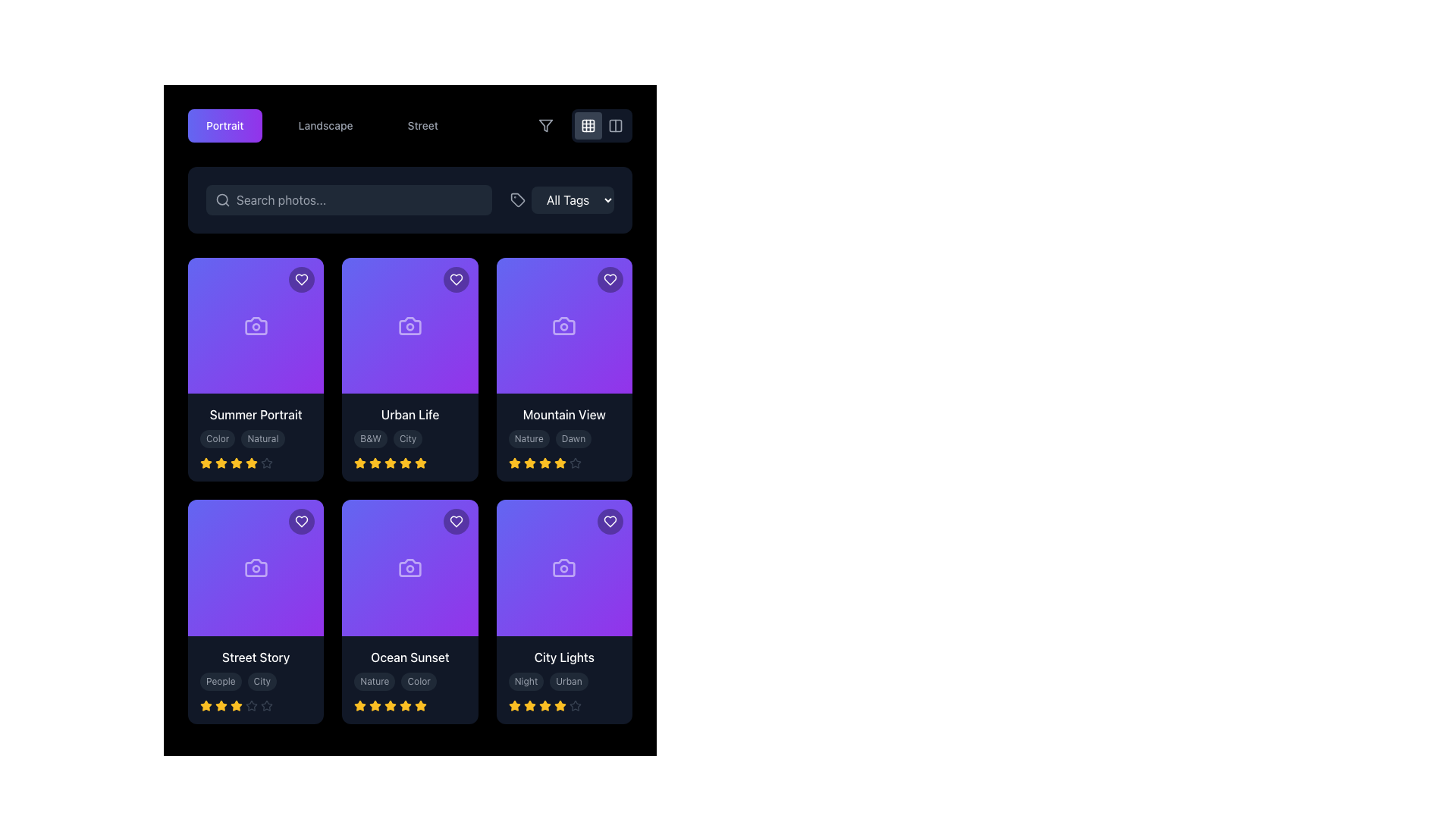 This screenshot has width=1456, height=819. Describe the element at coordinates (421, 463) in the screenshot. I see `the fifth yellow star icon in the rating system below the 'Urban Life' card to interact with it` at that location.